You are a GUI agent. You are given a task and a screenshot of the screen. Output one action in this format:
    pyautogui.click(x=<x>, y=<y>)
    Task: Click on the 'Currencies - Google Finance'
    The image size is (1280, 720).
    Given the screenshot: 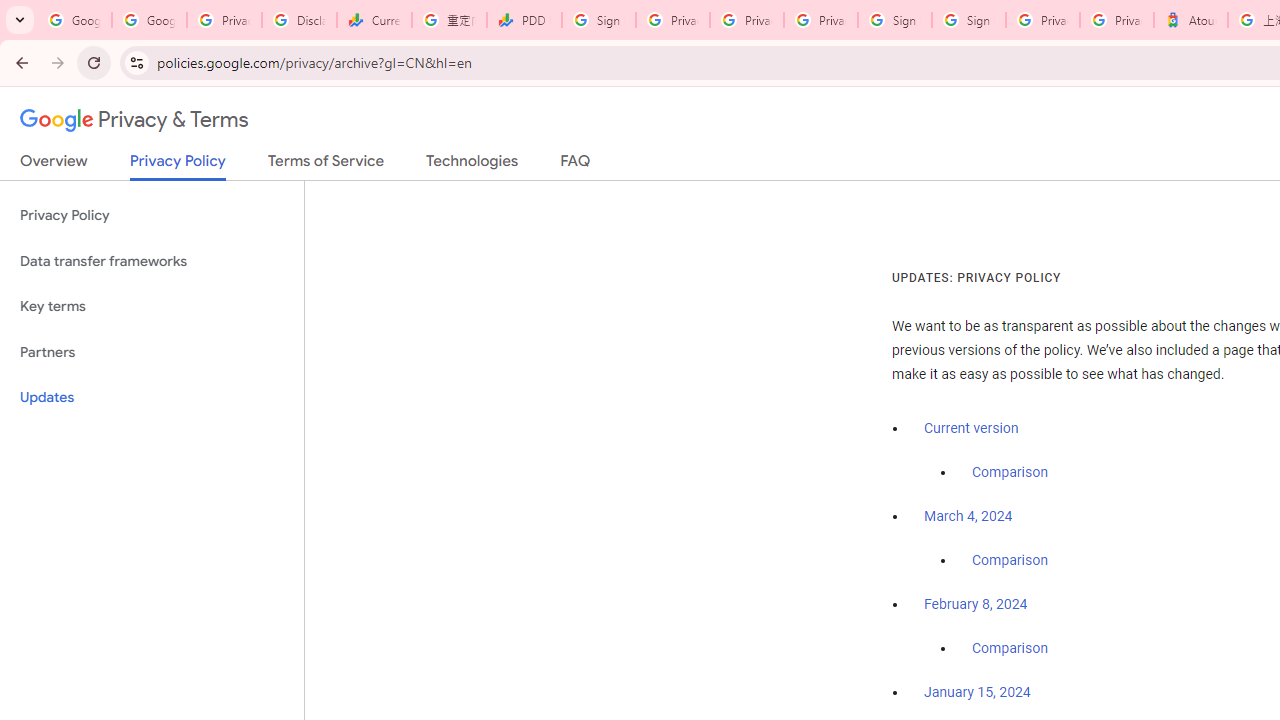 What is the action you would take?
    pyautogui.click(x=374, y=20)
    